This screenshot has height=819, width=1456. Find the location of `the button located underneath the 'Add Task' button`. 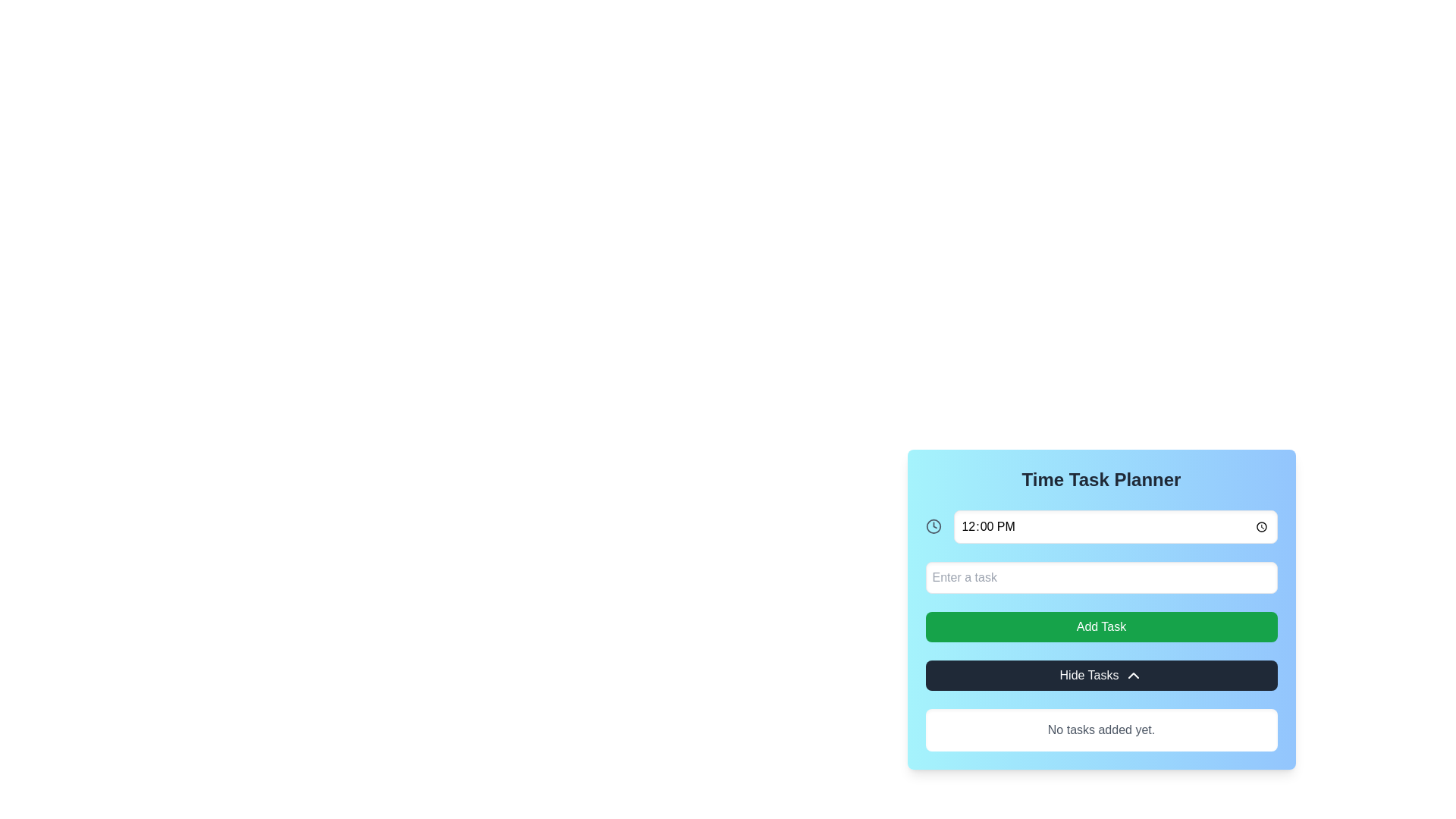

the button located underneath the 'Add Task' button is located at coordinates (1101, 675).